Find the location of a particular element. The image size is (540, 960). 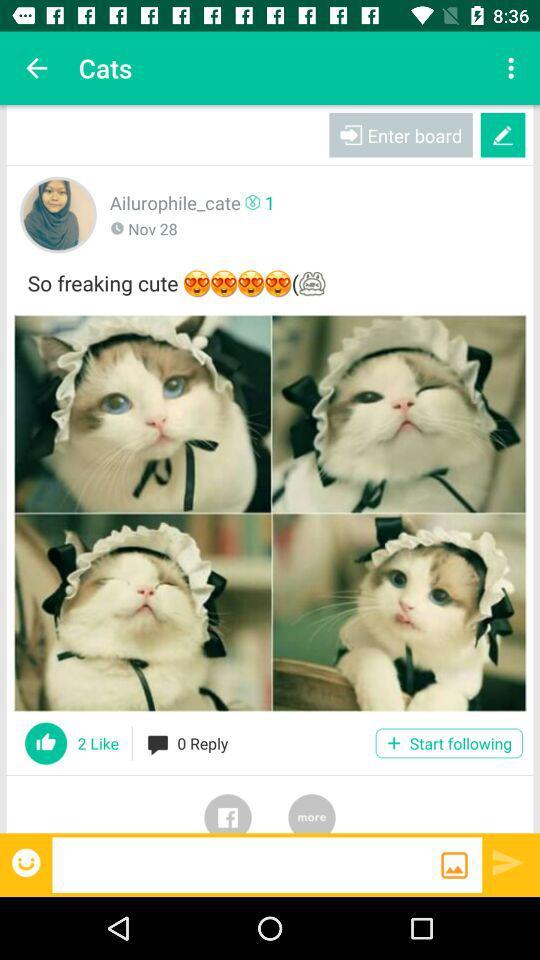

expand social media sharing icons is located at coordinates (312, 804).